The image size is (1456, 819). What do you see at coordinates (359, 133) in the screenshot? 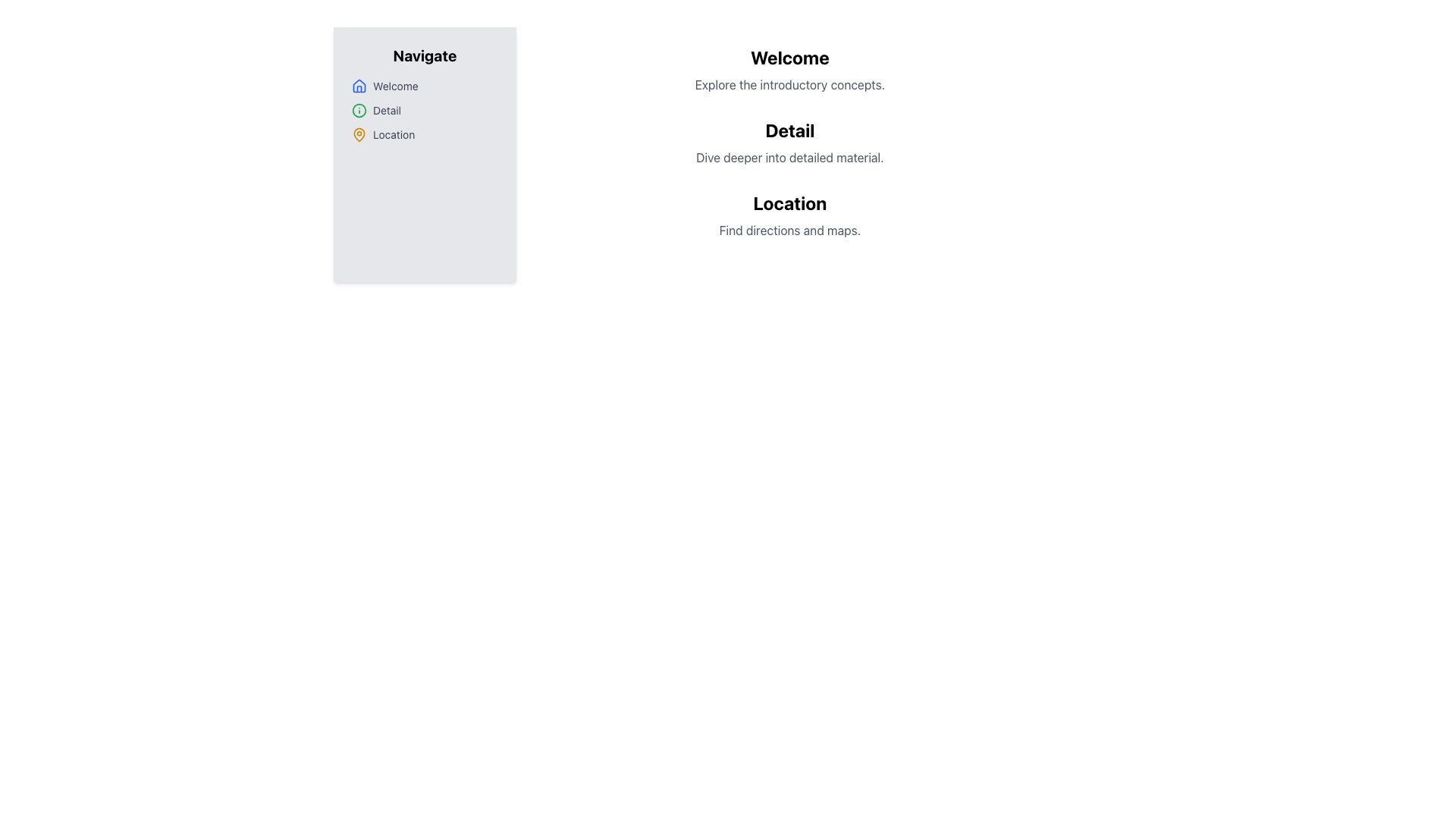
I see `the navigation icon representing location functionality, which is the third icon in the vertical list of icons in the left-side navigation menu` at bounding box center [359, 133].